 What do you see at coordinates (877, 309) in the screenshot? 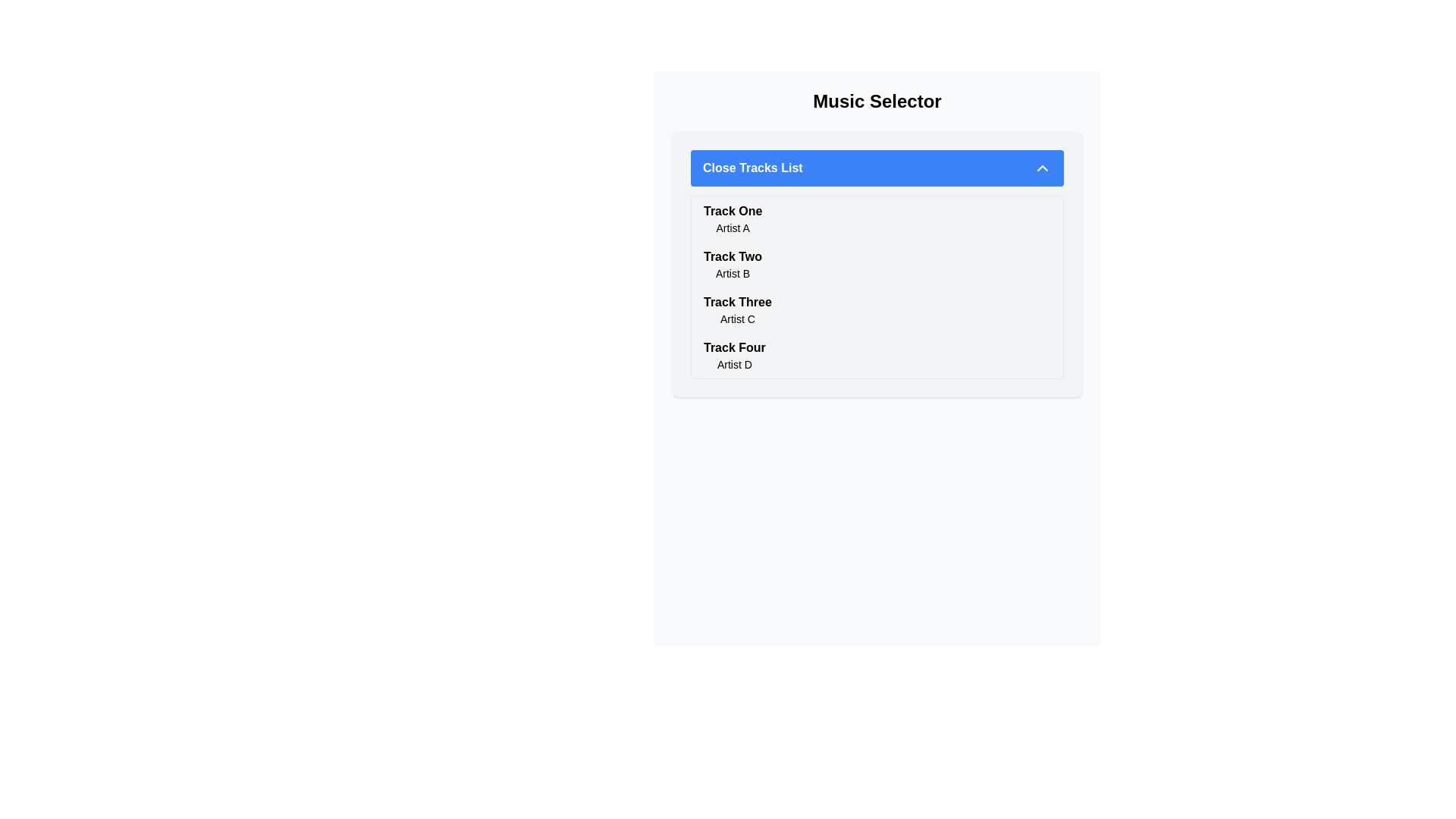
I see `the list item titled 'Track Three' with subtext 'Artist C'` at bounding box center [877, 309].